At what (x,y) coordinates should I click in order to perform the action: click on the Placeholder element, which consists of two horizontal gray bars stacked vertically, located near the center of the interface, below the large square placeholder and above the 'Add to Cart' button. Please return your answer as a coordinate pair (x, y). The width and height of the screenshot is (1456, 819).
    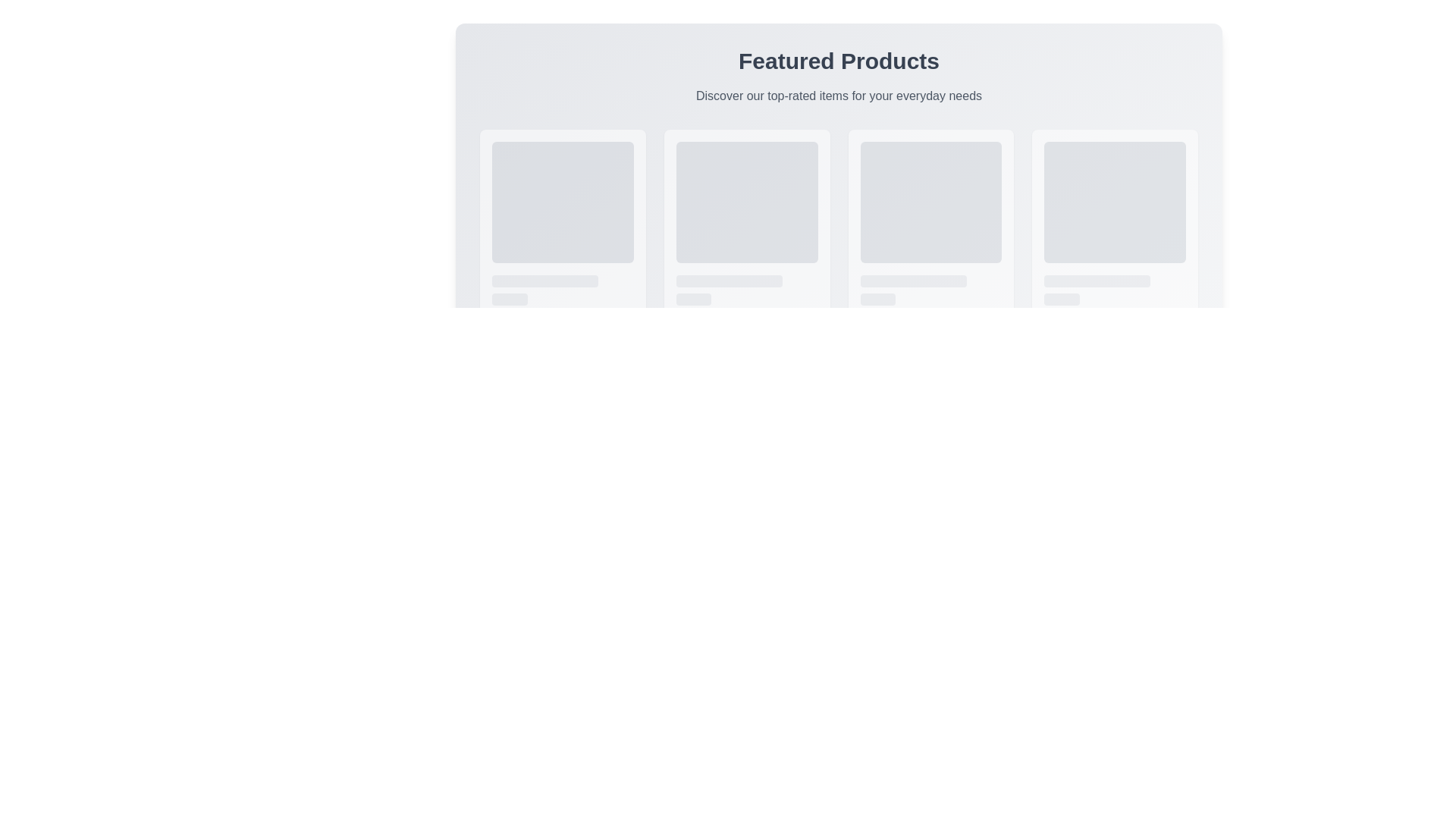
    Looking at the image, I should click on (747, 290).